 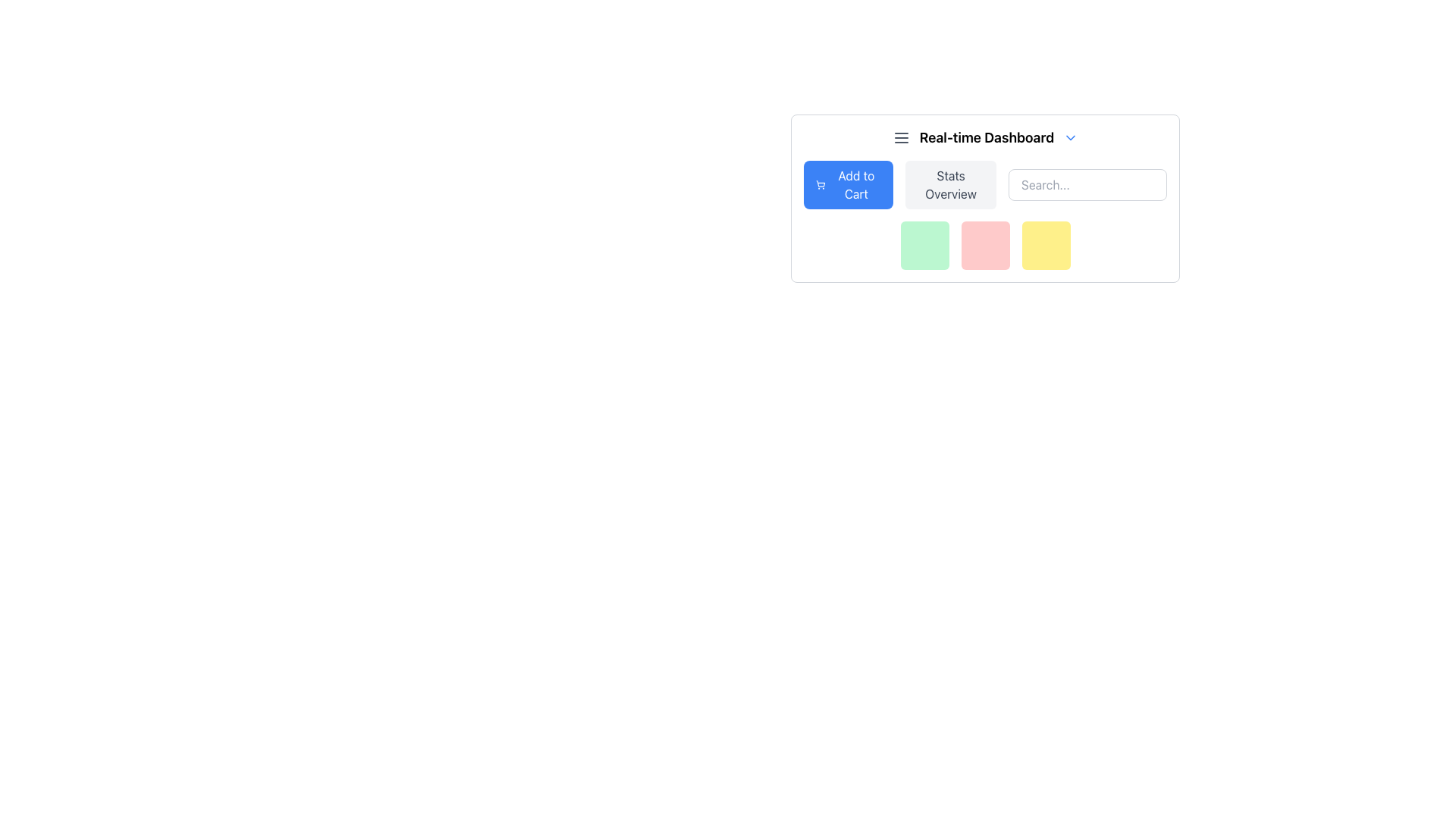 I want to click on the Decorative Box, which is the middle square-shaped box with a red background, located below the 'Add to Cart' and 'Stats Overview' buttons in the 'Real-time Dashboard' section, so click(x=985, y=245).